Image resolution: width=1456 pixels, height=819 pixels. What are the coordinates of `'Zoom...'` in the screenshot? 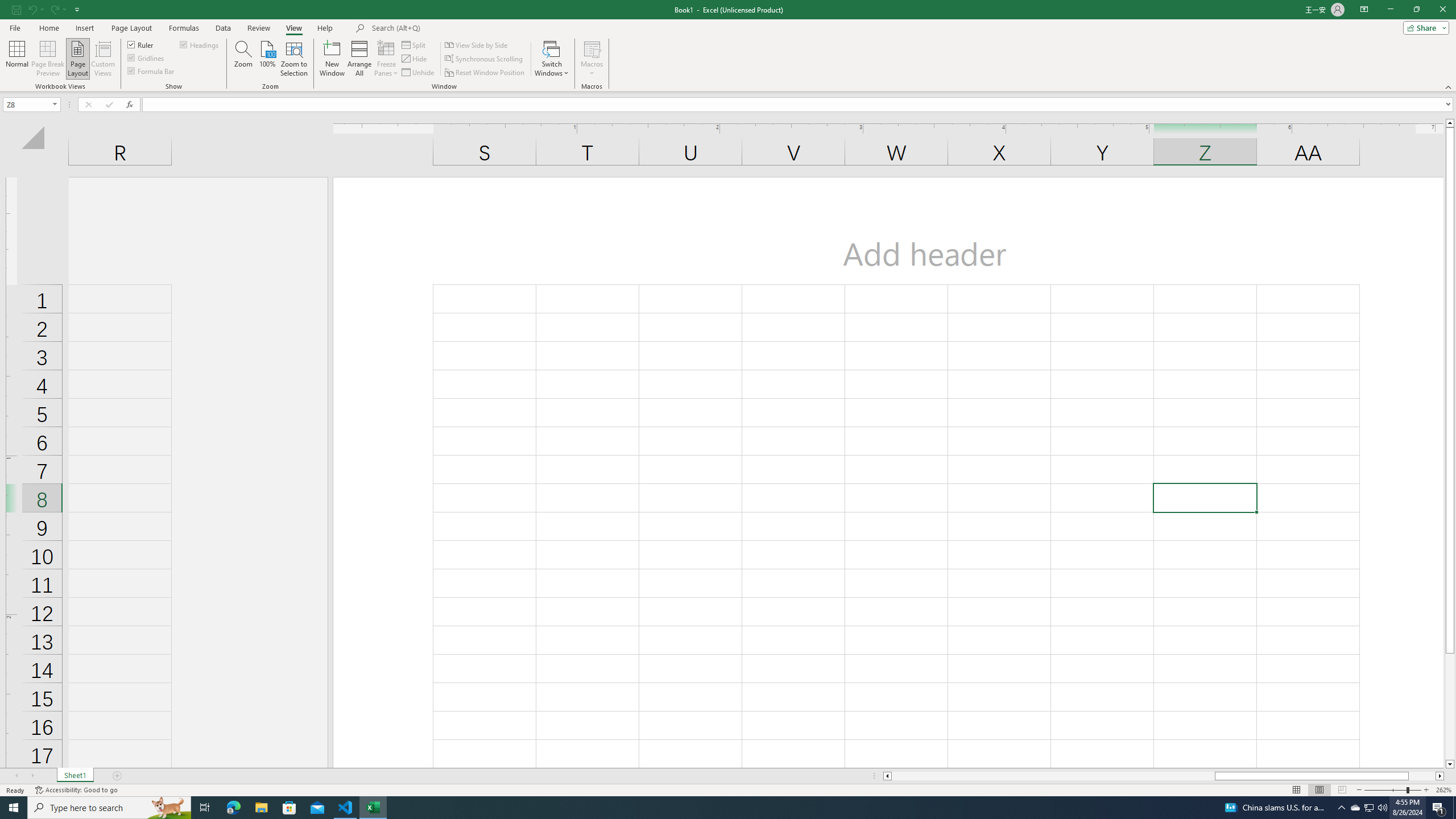 It's located at (243, 59).